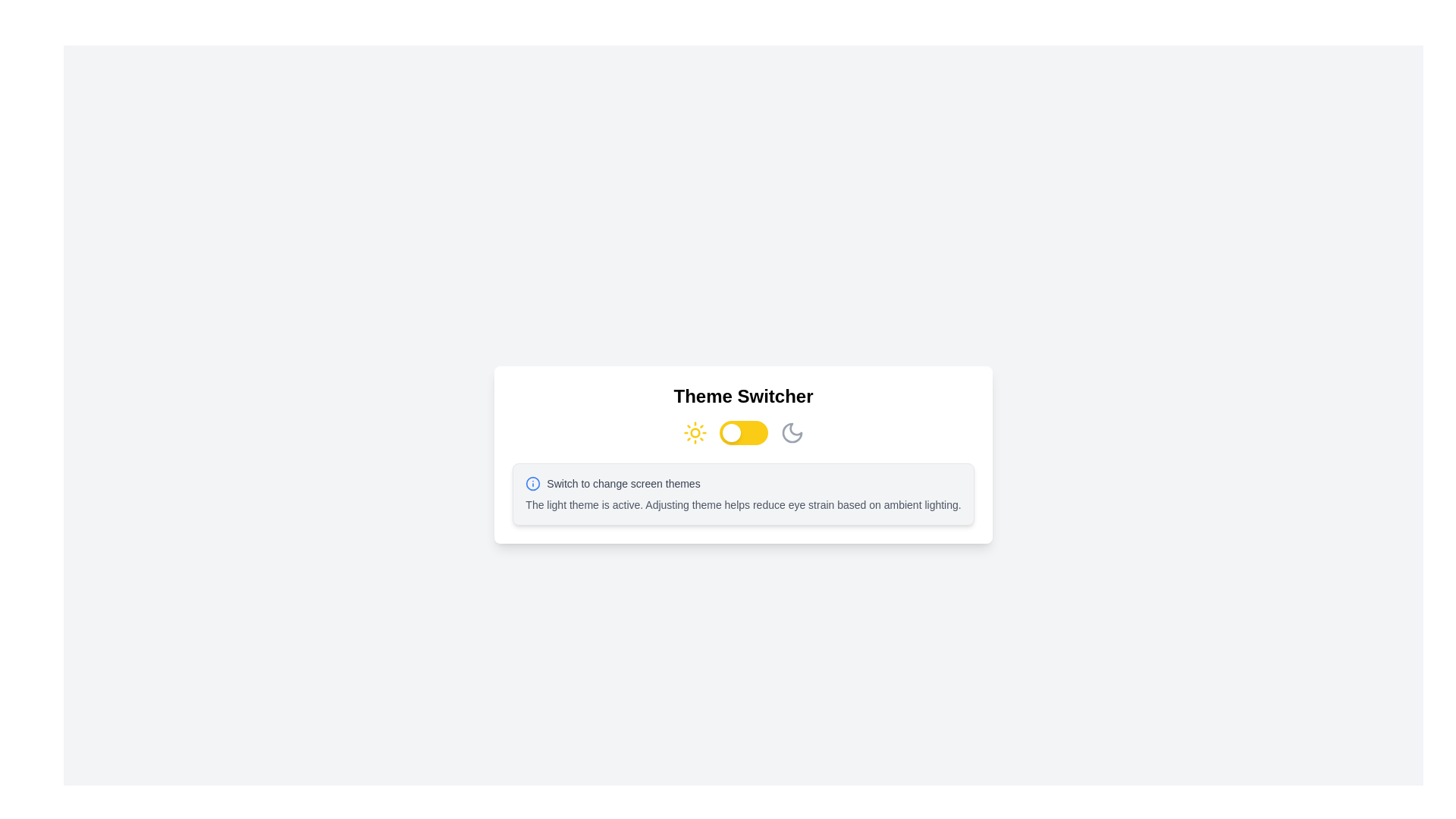  I want to click on the small SVG circle element that forms the core of the sun icon in the 'Theme Switcher' panel, so click(694, 432).